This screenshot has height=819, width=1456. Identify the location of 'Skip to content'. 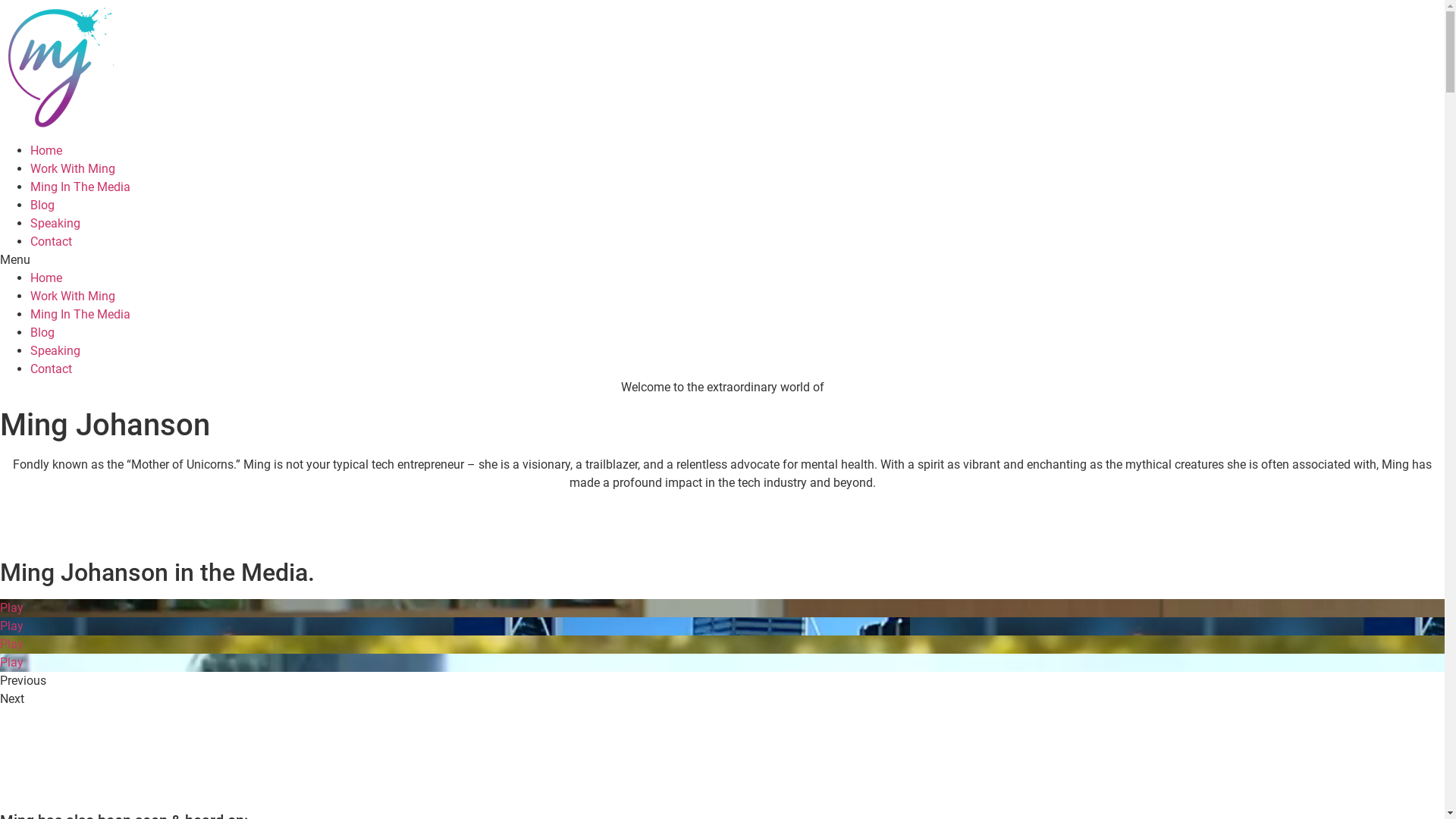
(0, 0).